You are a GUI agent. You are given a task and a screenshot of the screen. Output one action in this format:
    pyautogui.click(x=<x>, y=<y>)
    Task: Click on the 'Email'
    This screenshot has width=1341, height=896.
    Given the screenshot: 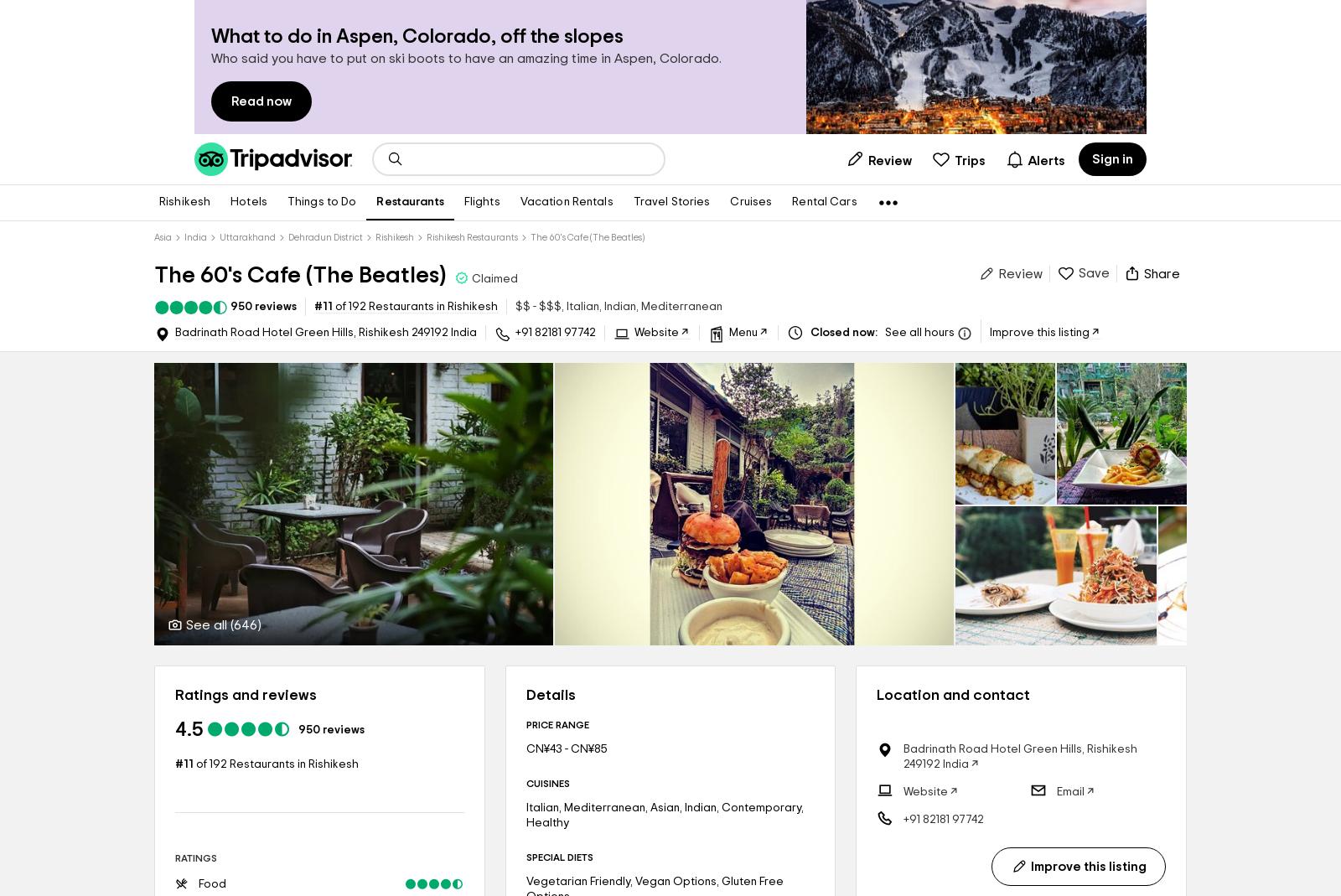 What is the action you would take?
    pyautogui.click(x=1055, y=790)
    